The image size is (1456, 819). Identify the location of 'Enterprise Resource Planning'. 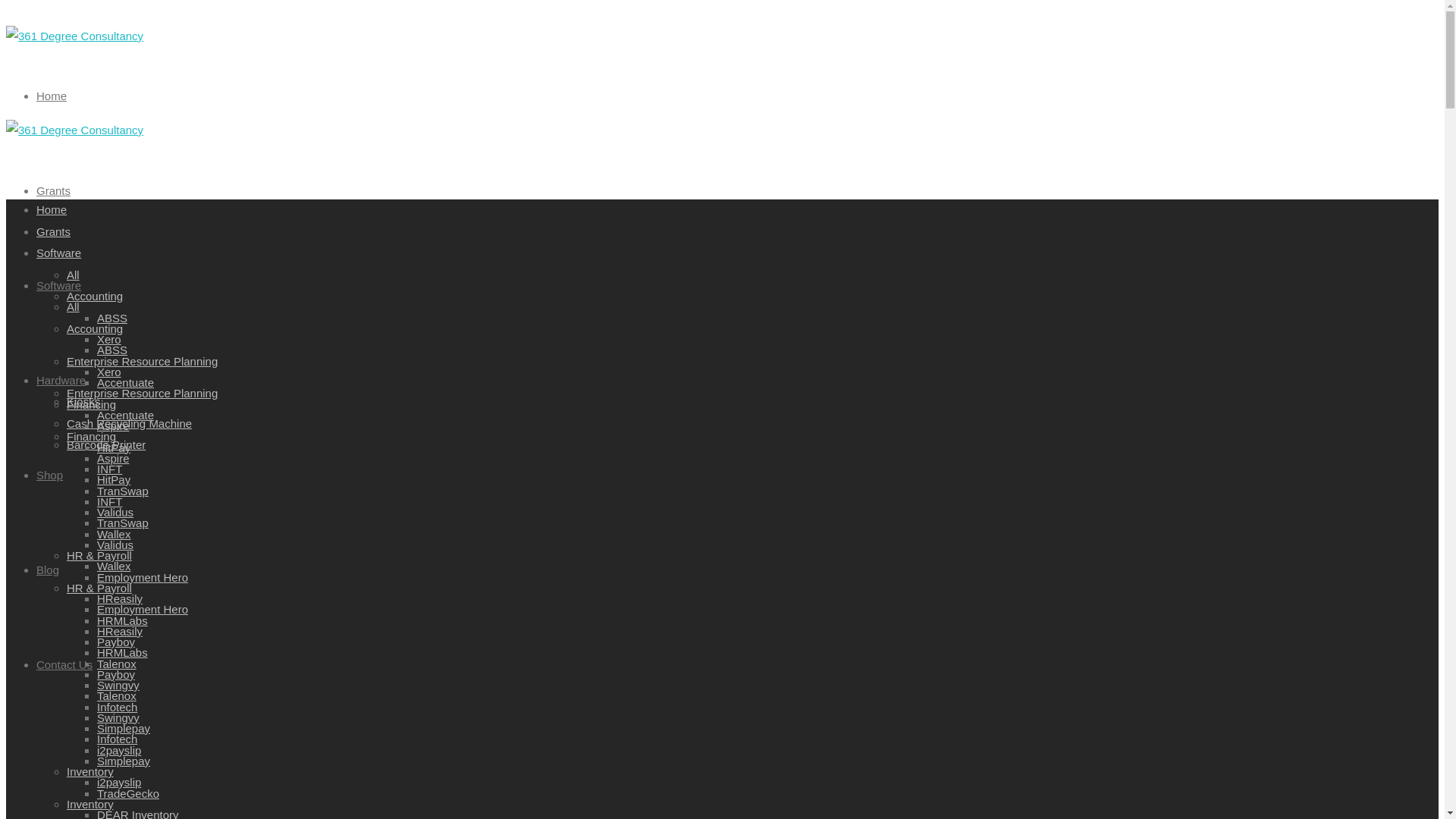
(142, 361).